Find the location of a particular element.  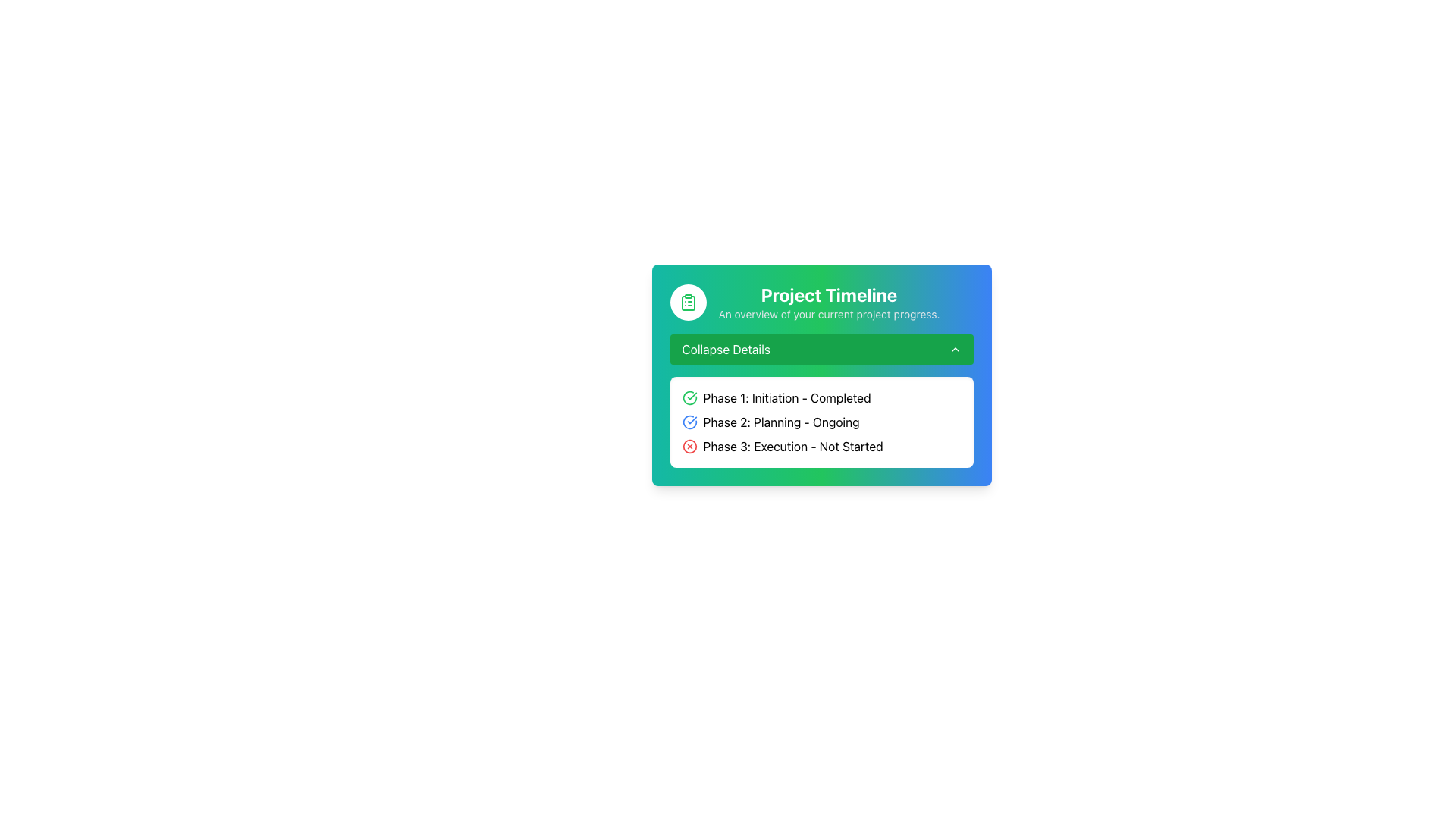

the main content block that provides an overview of project completion progress and pending tasks, located centrally beneath the title and 'Collapse Details' button is located at coordinates (821, 375).